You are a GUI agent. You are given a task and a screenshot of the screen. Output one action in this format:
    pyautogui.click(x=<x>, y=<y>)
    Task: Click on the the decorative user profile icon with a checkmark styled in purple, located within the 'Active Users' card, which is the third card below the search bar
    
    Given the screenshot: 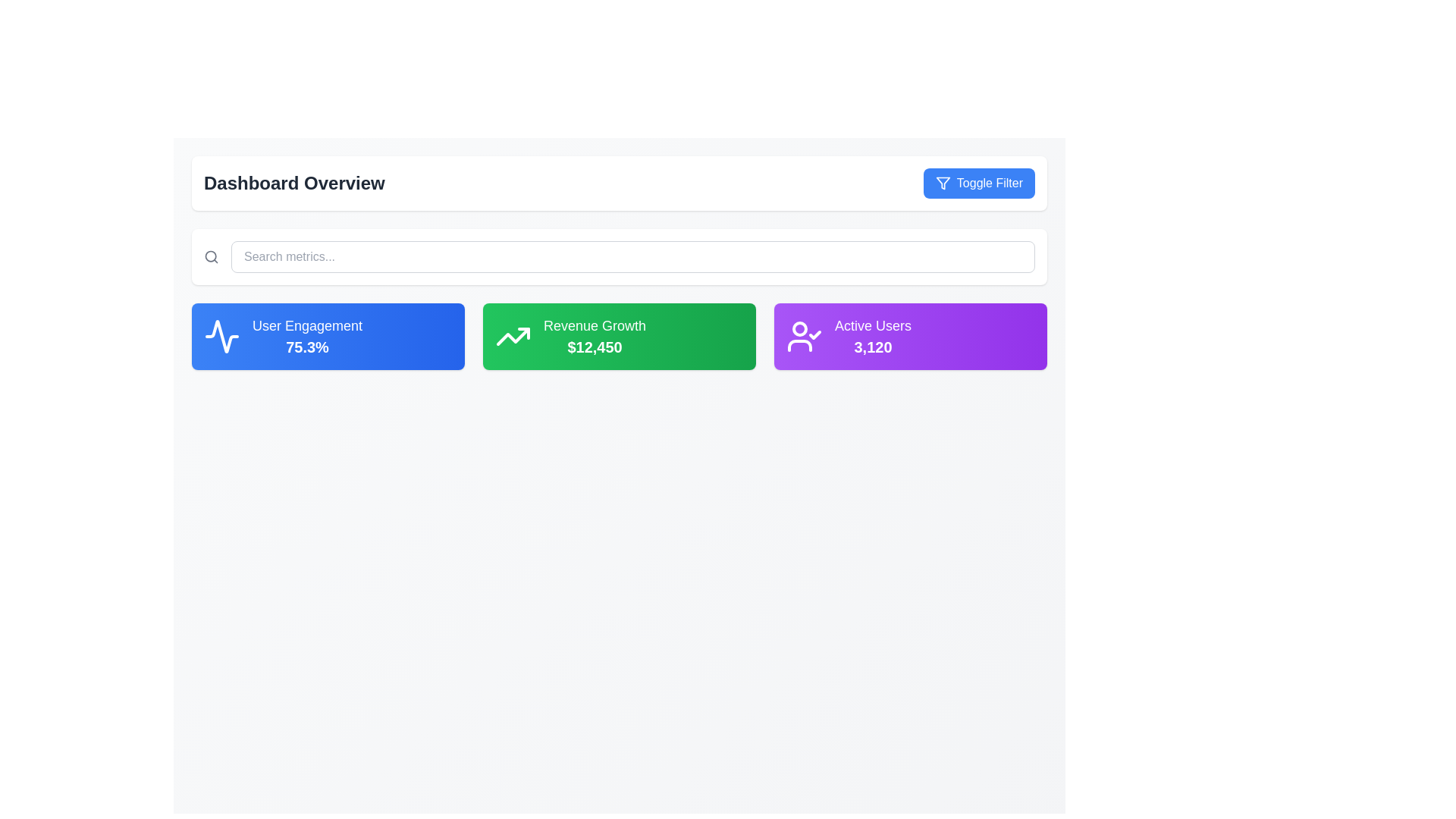 What is the action you would take?
    pyautogui.click(x=803, y=335)
    